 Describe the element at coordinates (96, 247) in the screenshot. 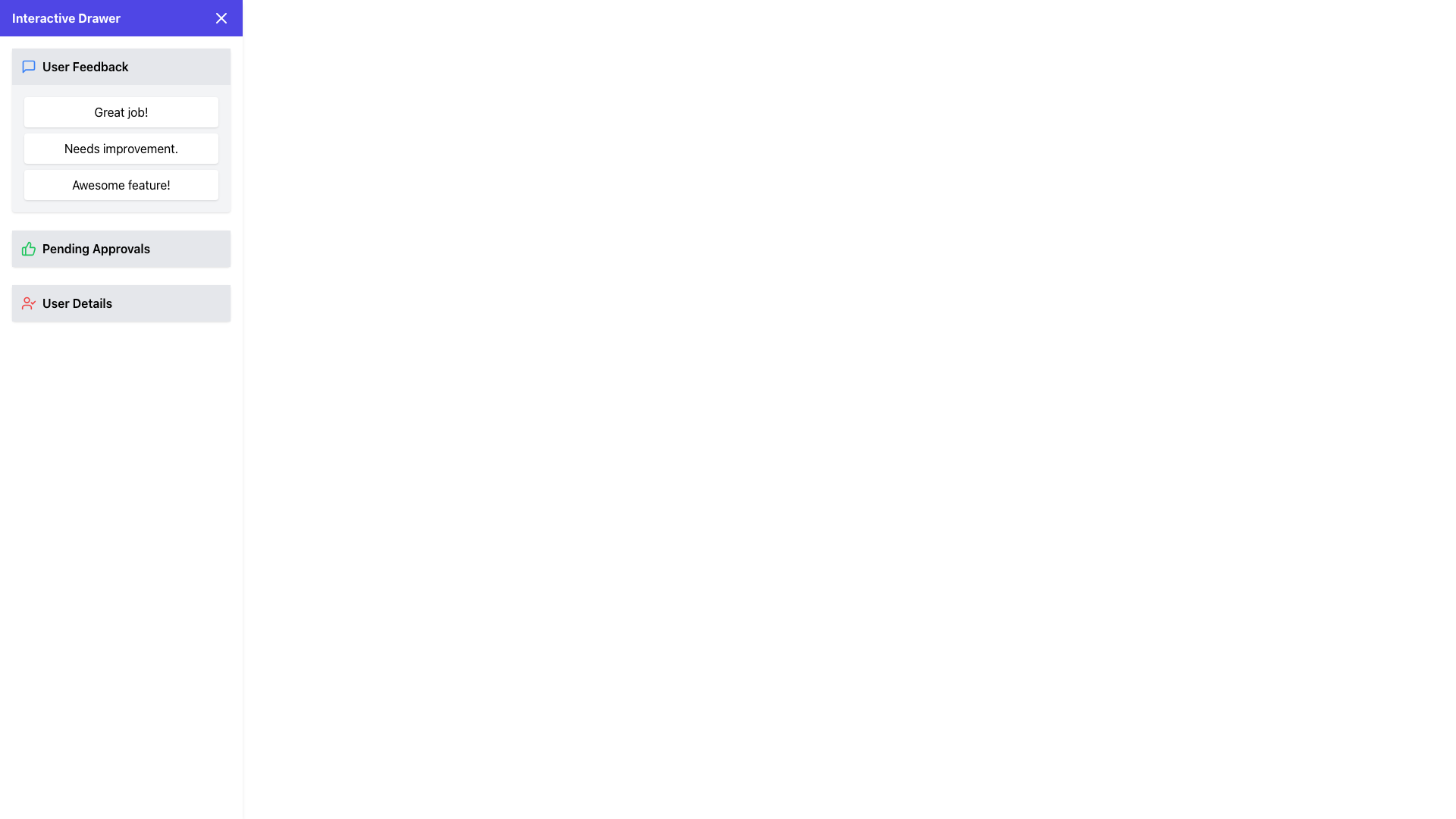

I see `the static text label 'Pending Approvals' located in the sidebar menu, which is styled in bold and has a thumbs-up icon to its left` at that location.